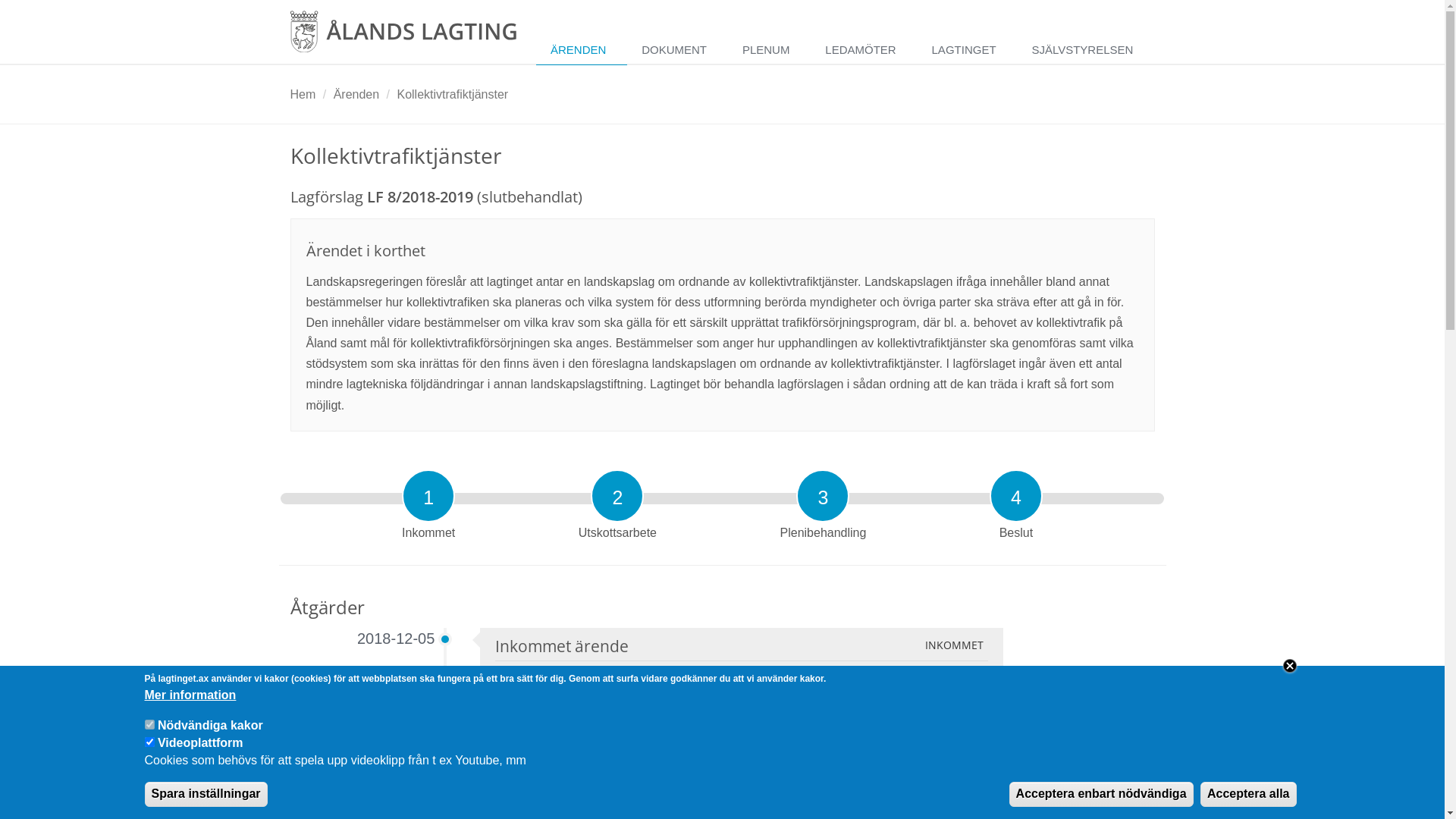 This screenshot has height=819, width=1456. Describe the element at coordinates (1248, 793) in the screenshot. I see `'Acceptera alla'` at that location.